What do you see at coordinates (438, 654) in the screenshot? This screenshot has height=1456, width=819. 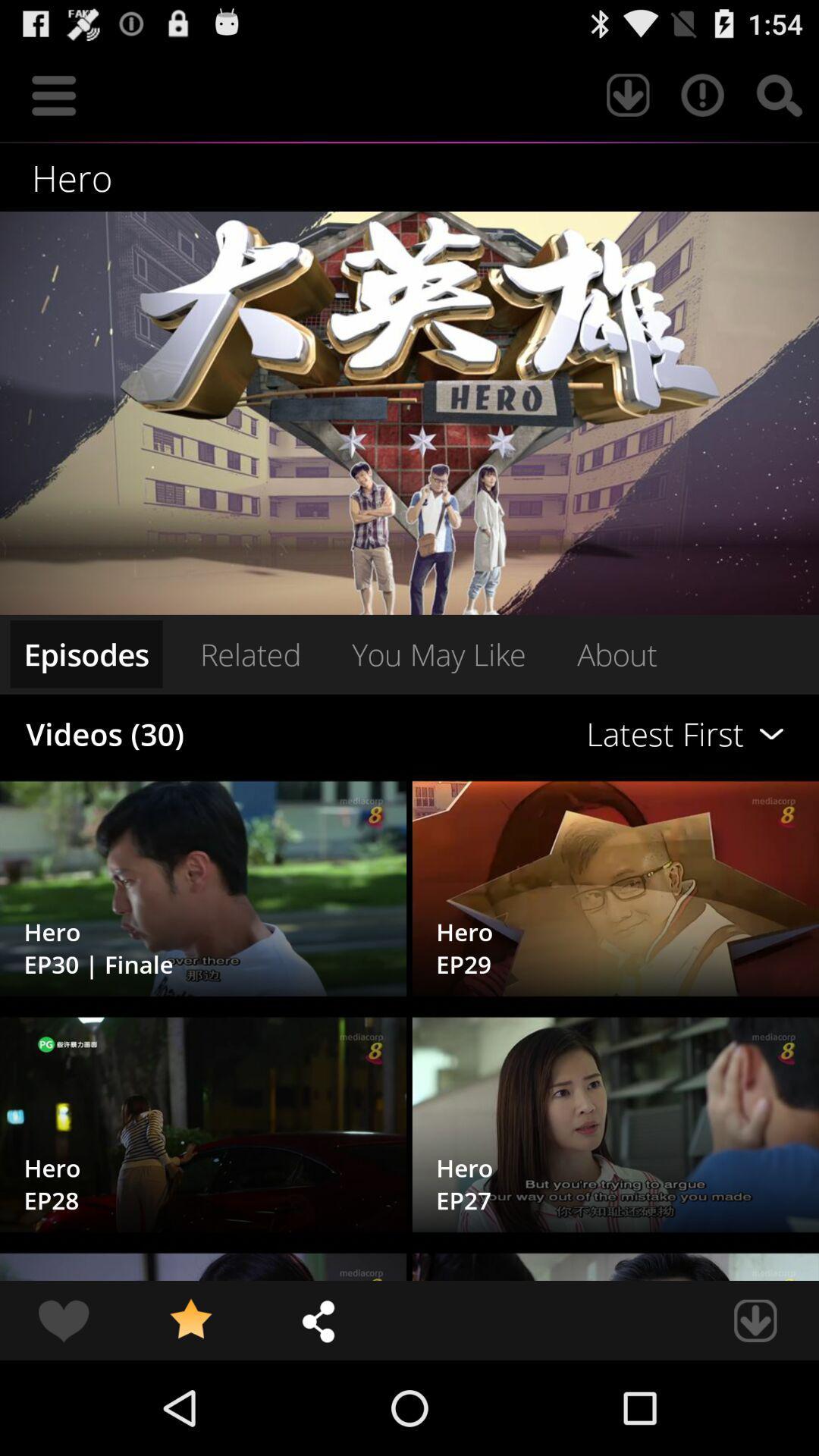 I see `icon at the center` at bounding box center [438, 654].